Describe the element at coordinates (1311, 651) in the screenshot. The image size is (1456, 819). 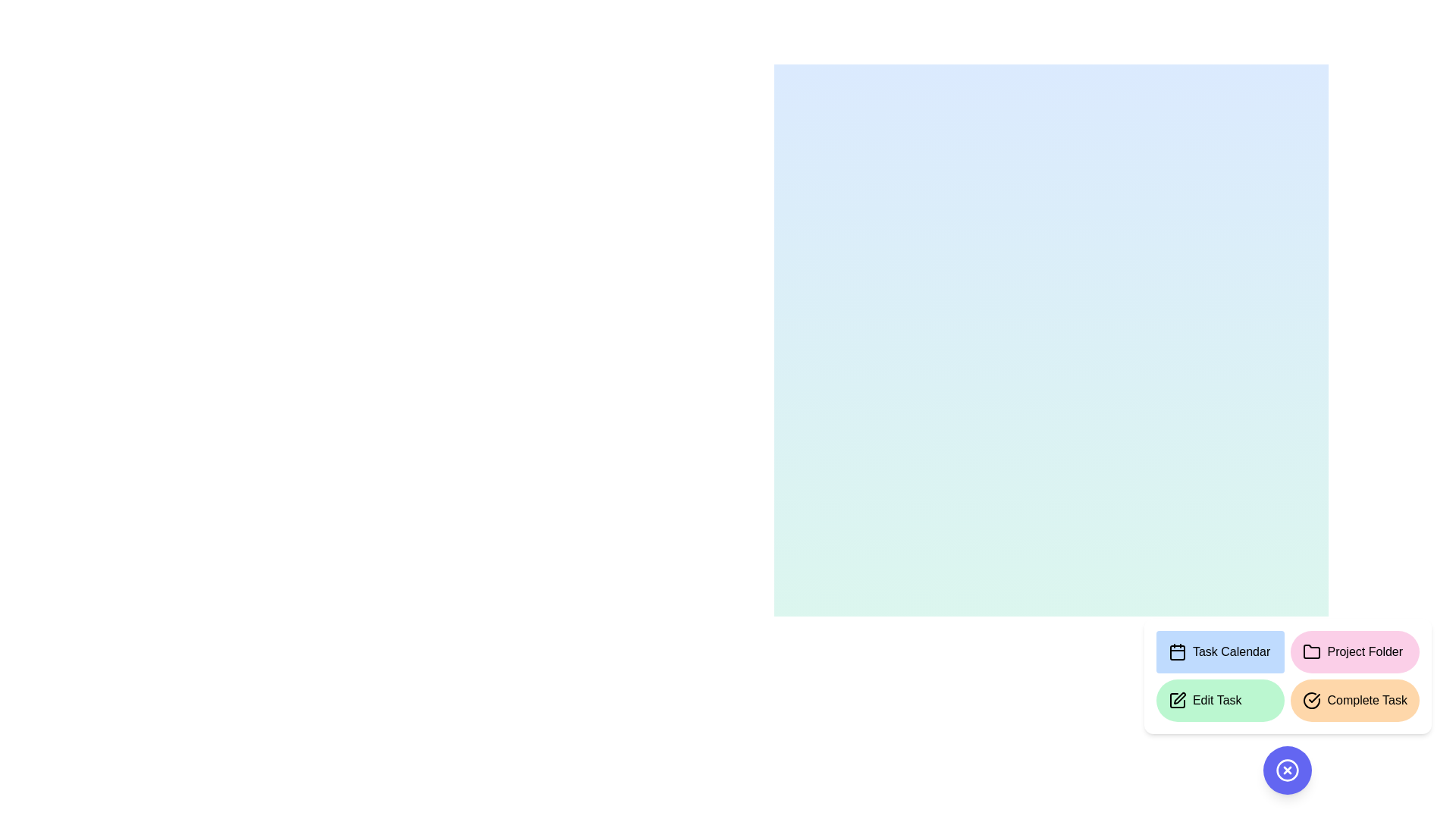
I see `the decorative folder icon within the 'Project Folder' button to interact with it` at that location.